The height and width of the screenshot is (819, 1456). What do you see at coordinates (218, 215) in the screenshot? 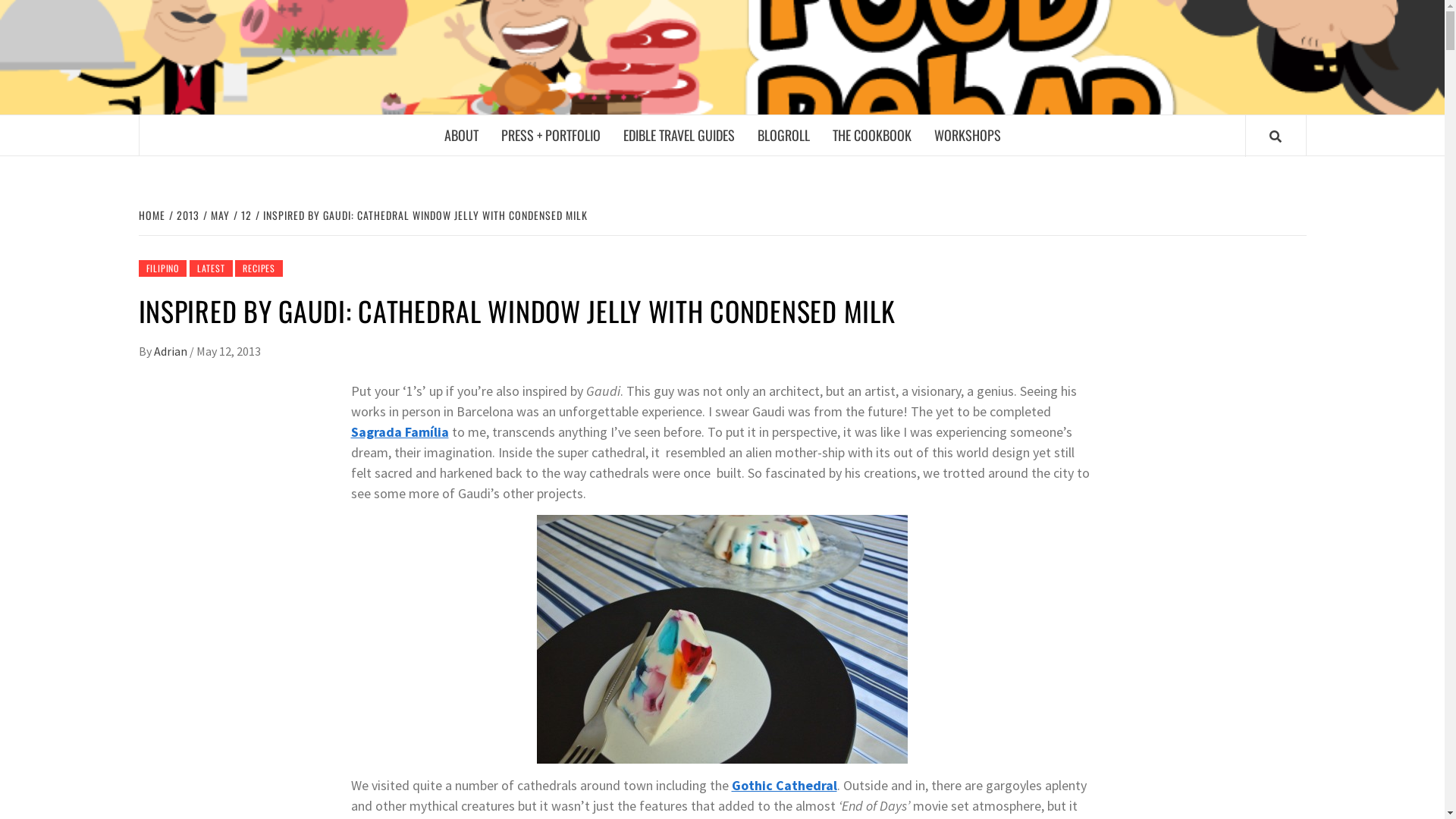
I see `'MAY'` at bounding box center [218, 215].